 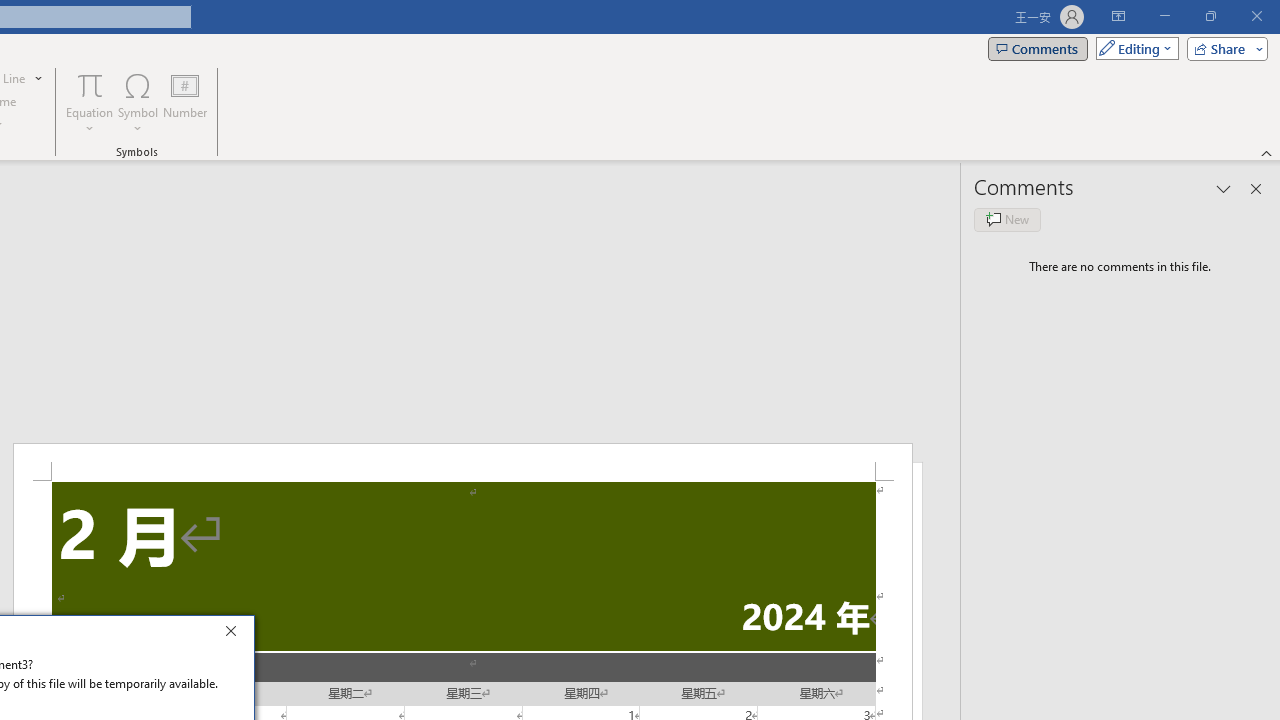 What do you see at coordinates (89, 103) in the screenshot?
I see `'Equation'` at bounding box center [89, 103].